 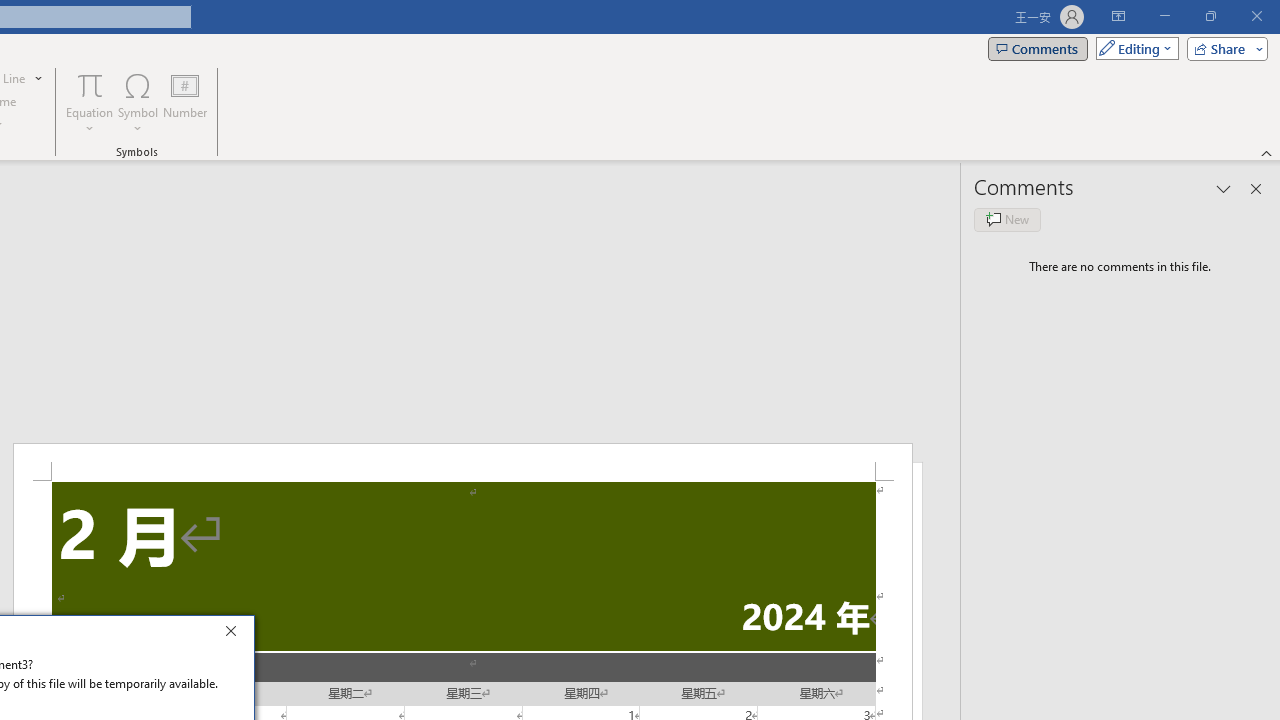 What do you see at coordinates (89, 103) in the screenshot?
I see `'Equation'` at bounding box center [89, 103].